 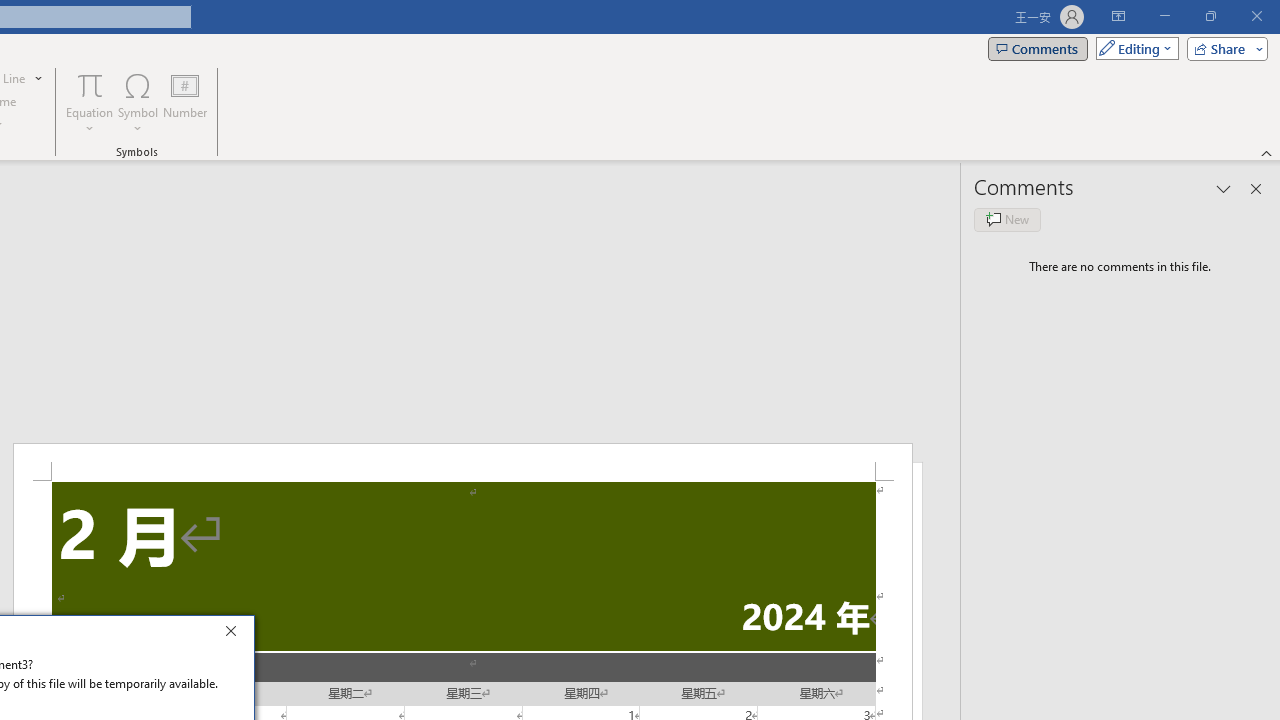 What do you see at coordinates (89, 103) in the screenshot?
I see `'Equation'` at bounding box center [89, 103].